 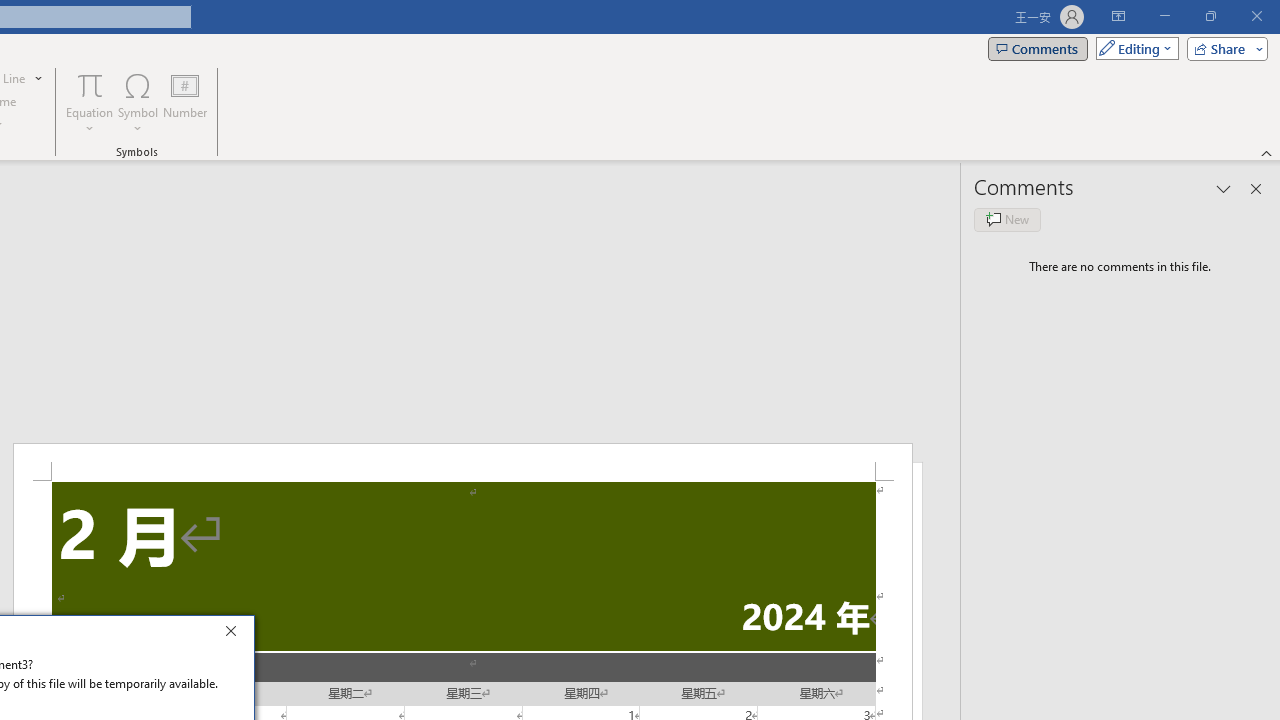 What do you see at coordinates (89, 103) in the screenshot?
I see `'Equation'` at bounding box center [89, 103].